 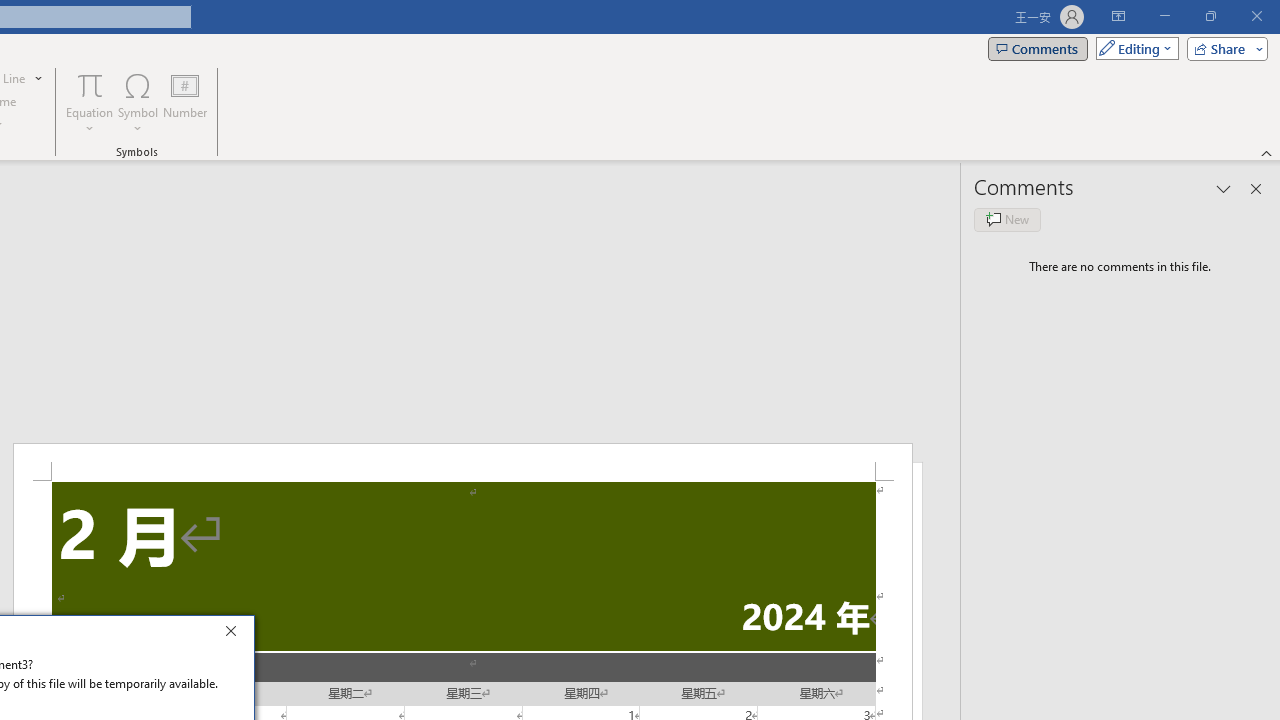 What do you see at coordinates (89, 103) in the screenshot?
I see `'Equation'` at bounding box center [89, 103].